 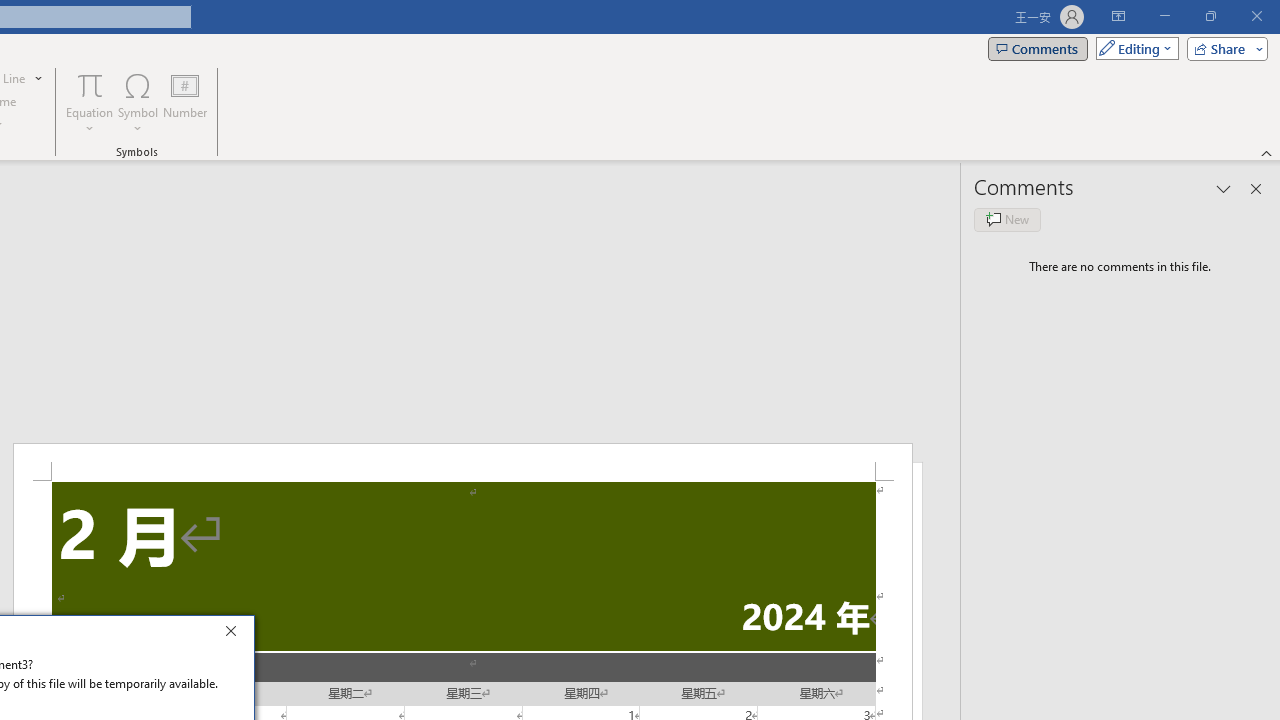 What do you see at coordinates (89, 103) in the screenshot?
I see `'Equation'` at bounding box center [89, 103].